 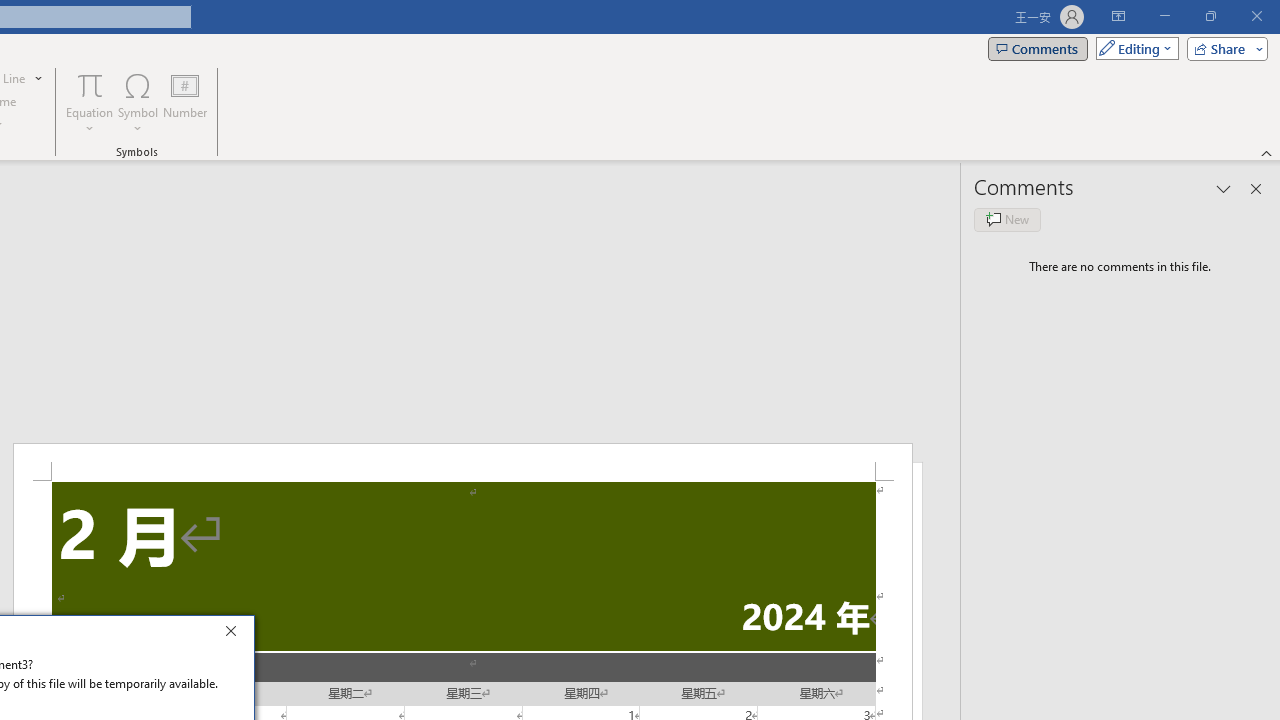 What do you see at coordinates (89, 103) in the screenshot?
I see `'Equation'` at bounding box center [89, 103].